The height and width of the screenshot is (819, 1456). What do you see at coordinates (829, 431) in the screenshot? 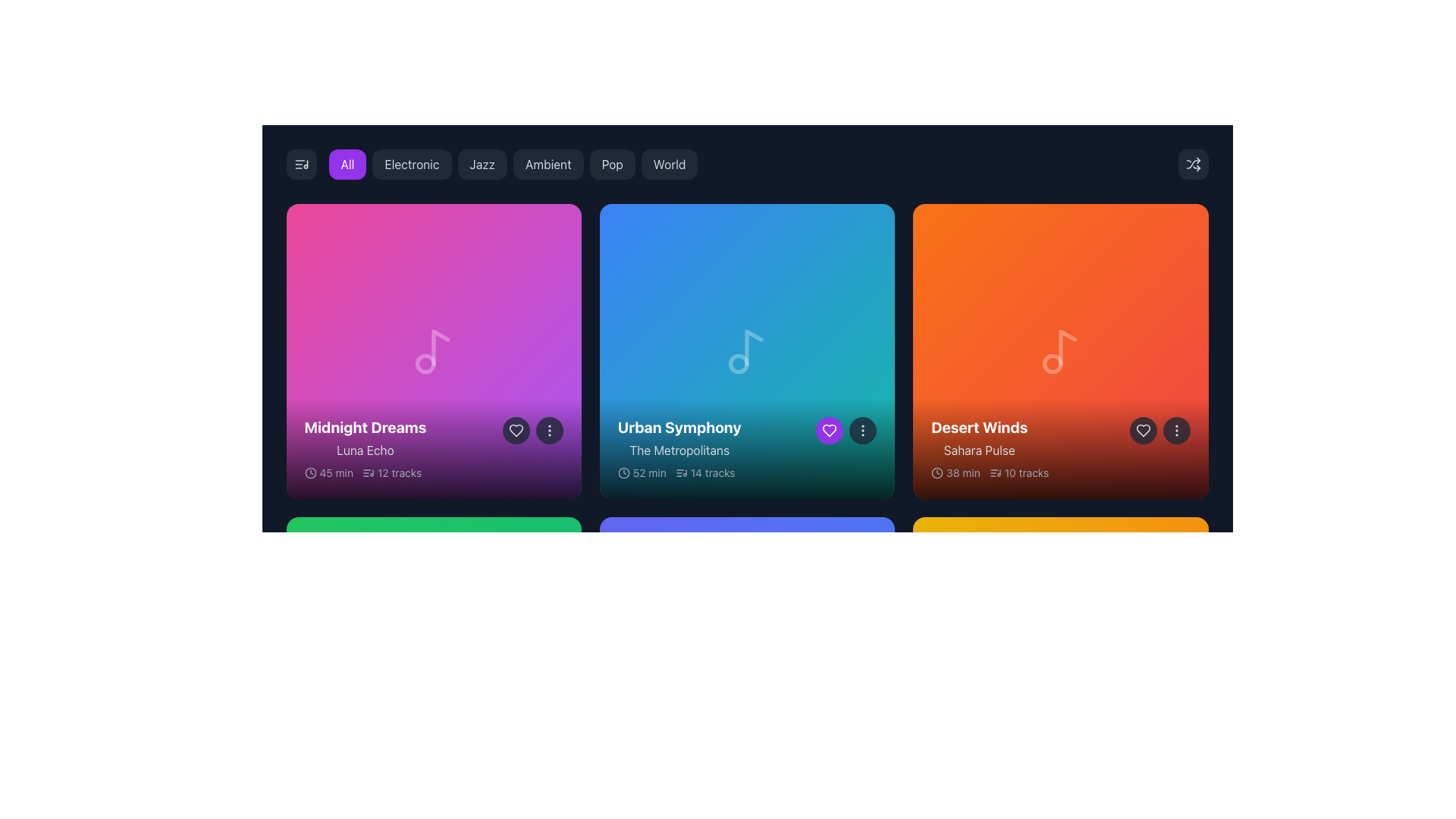
I see `the circular 'like' button with an icon for the 'Urban Symphony' item, located in the bottom-right corner of the card` at bounding box center [829, 431].